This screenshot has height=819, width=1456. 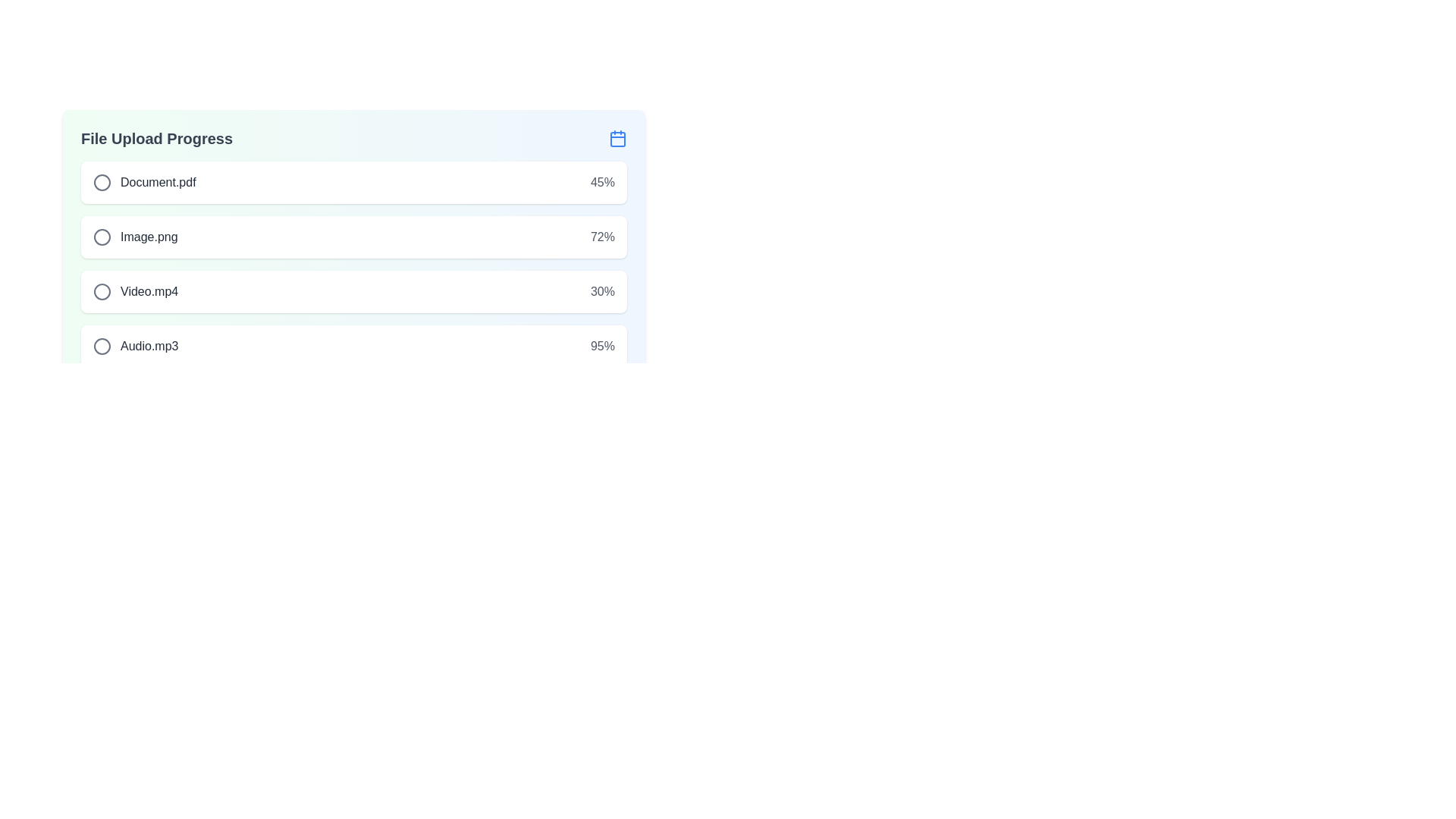 What do you see at coordinates (149, 292) in the screenshot?
I see `the text label identifying the file 'Video.mp4', which is the third item in a vertical list of progress labels, positioned between 'Image.png' and 'Audio.mp3'` at bounding box center [149, 292].